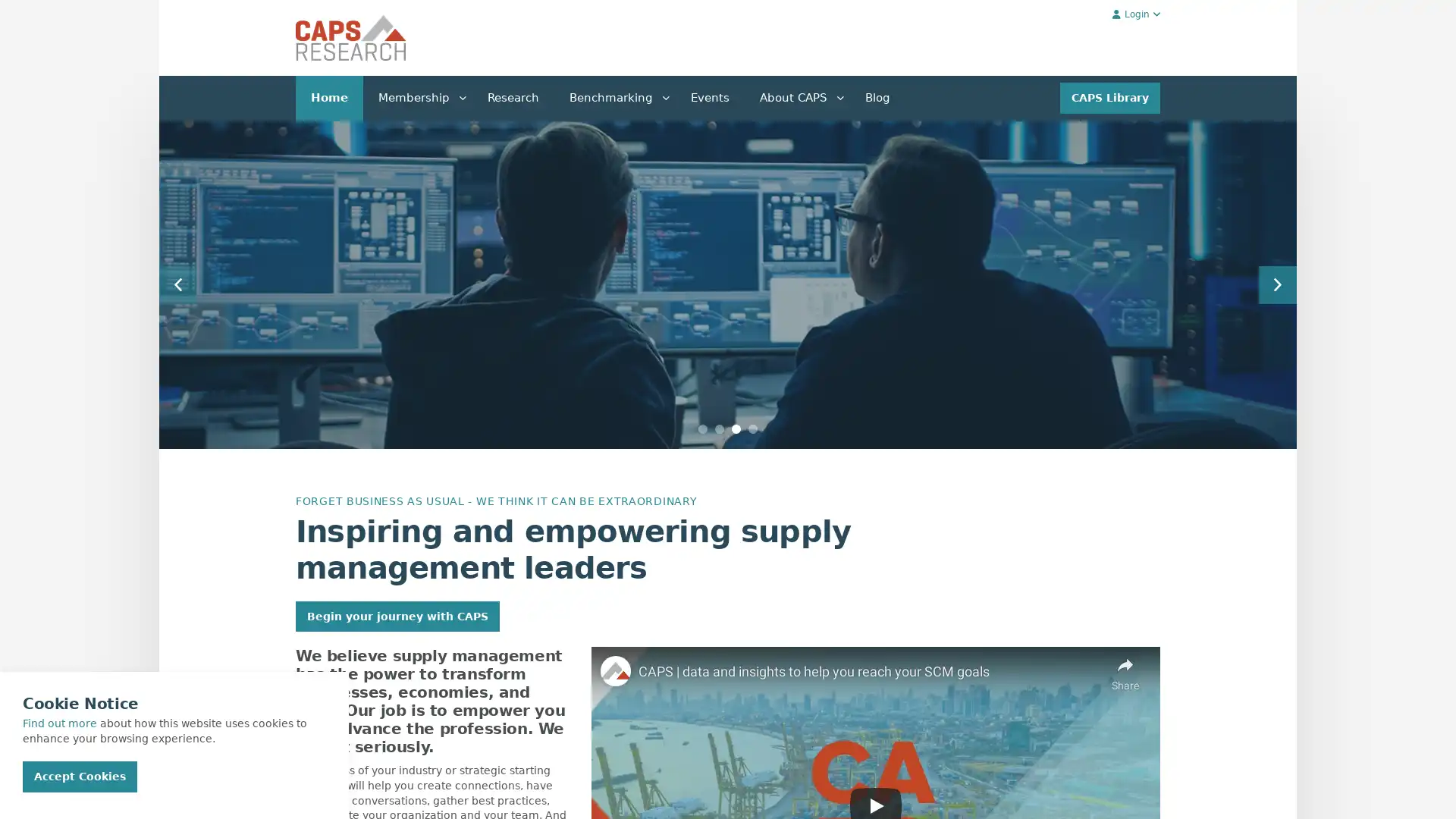 The image size is (1456, 819). What do you see at coordinates (753, 429) in the screenshot?
I see `4` at bounding box center [753, 429].